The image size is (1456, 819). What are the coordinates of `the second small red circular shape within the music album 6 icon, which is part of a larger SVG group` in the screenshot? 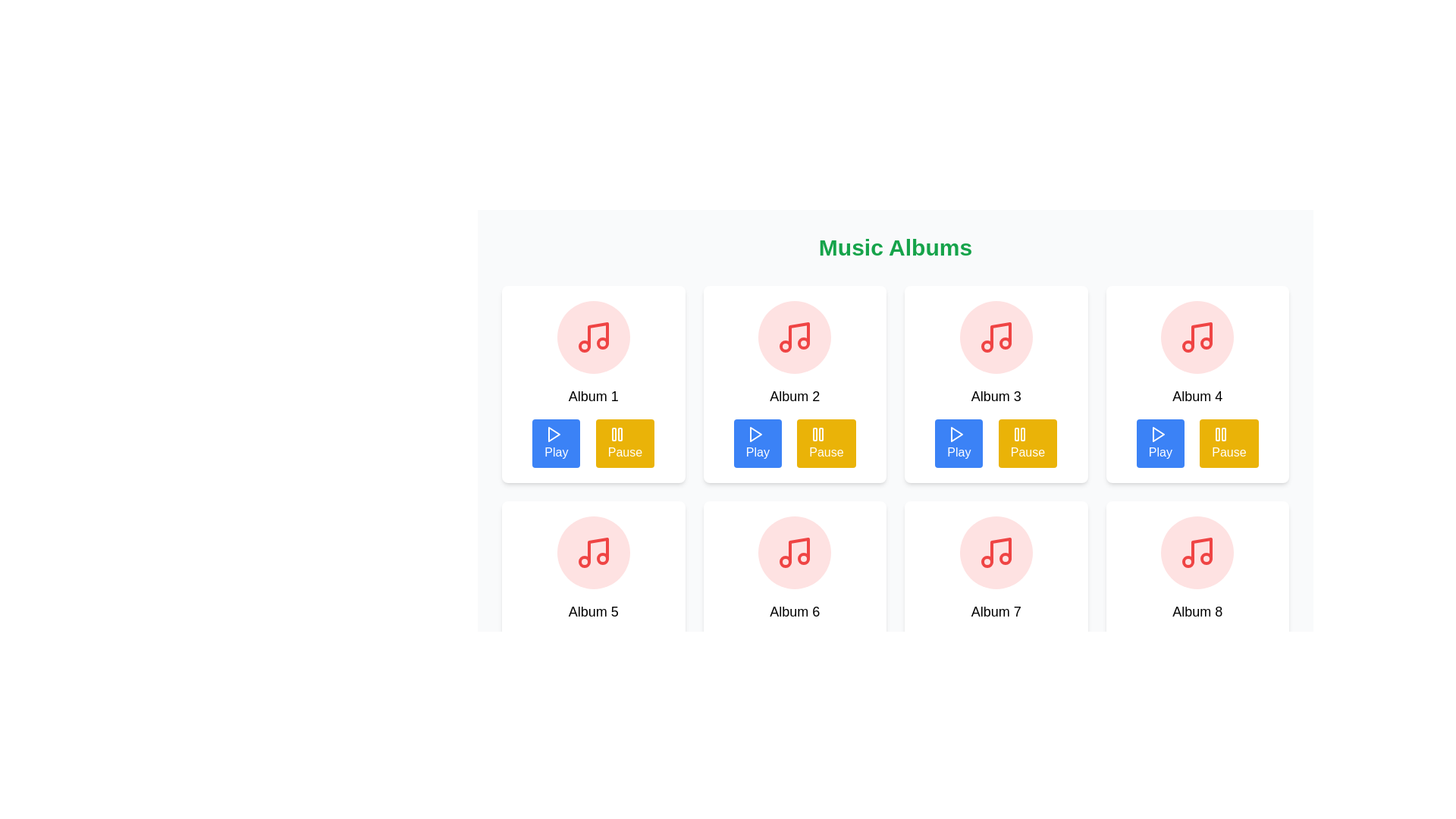 It's located at (803, 558).